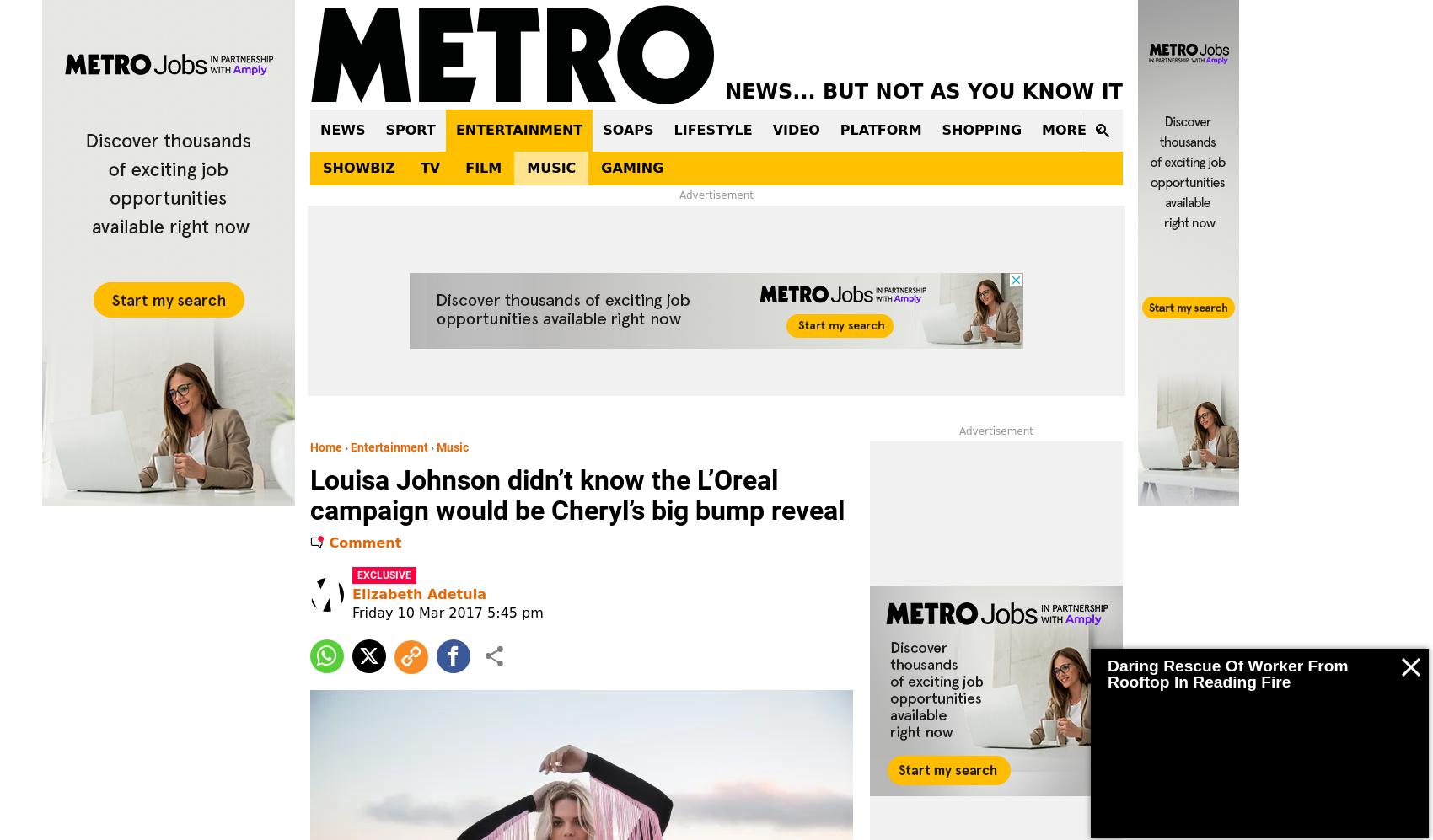 This screenshot has height=840, width=1433. What do you see at coordinates (981, 129) in the screenshot?
I see `'Shopping'` at bounding box center [981, 129].